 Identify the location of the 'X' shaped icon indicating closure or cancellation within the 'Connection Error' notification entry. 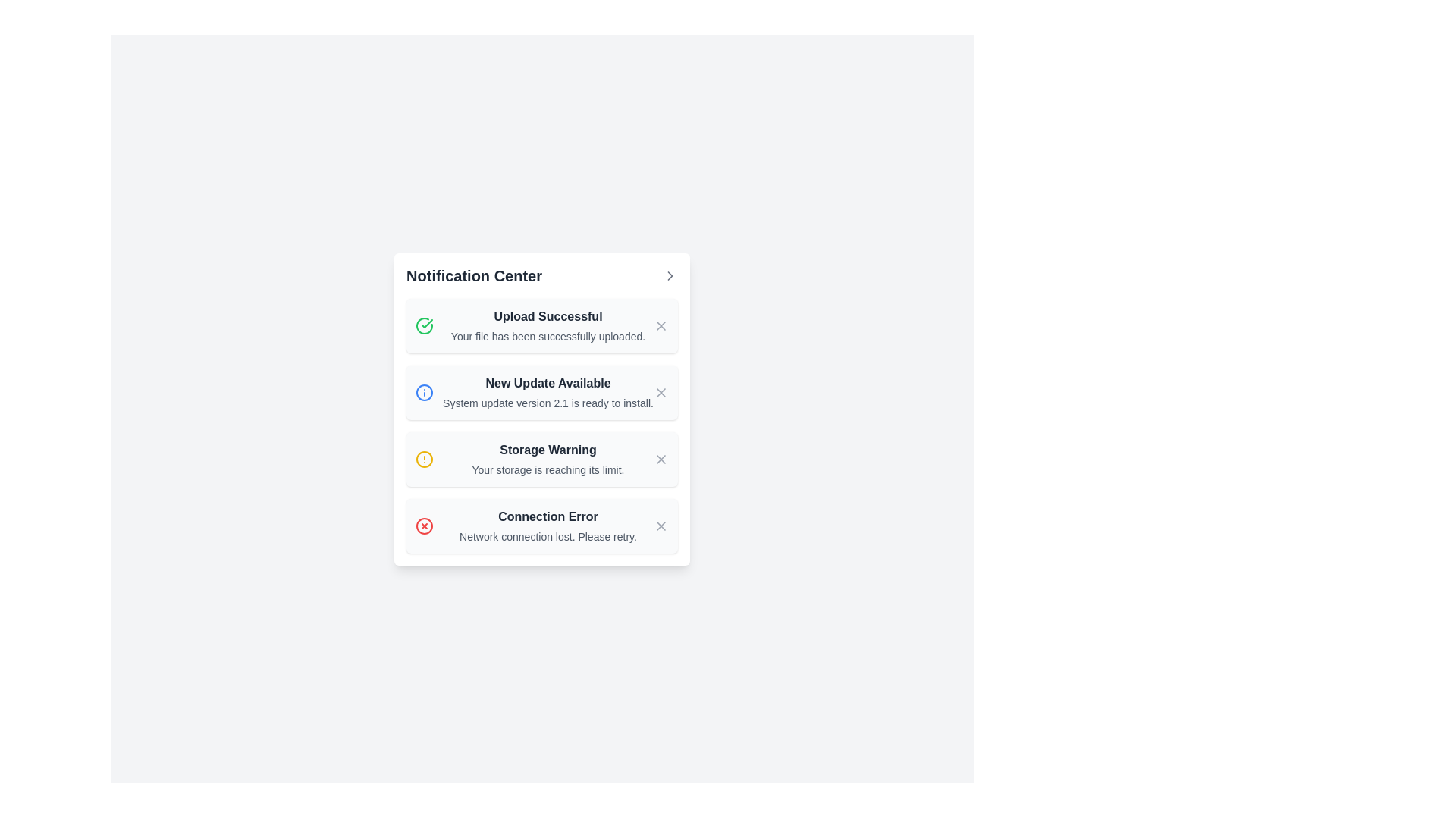
(661, 525).